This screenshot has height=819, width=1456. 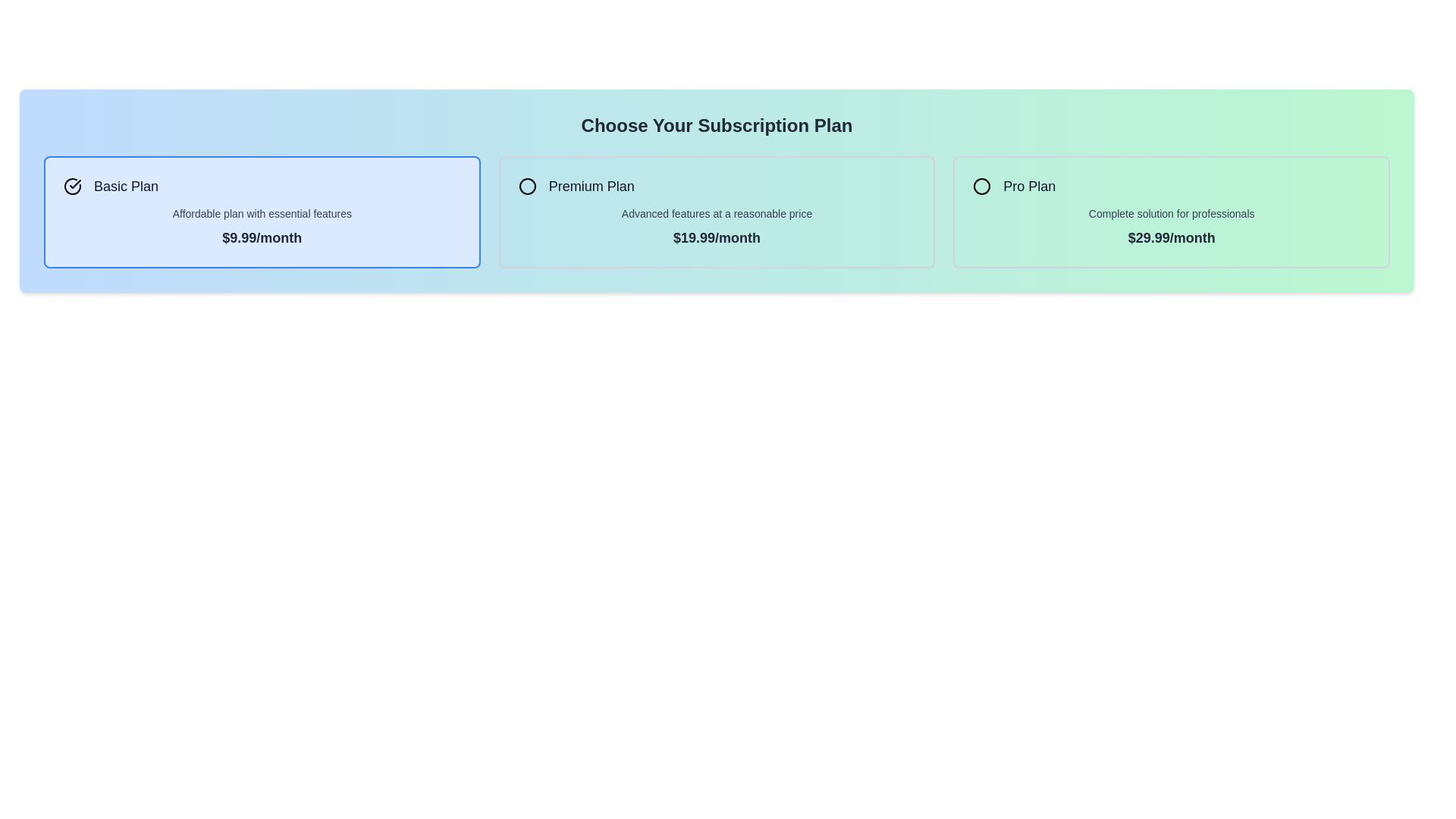 What do you see at coordinates (716, 124) in the screenshot?
I see `the centered heading displaying 'Choose Your Subscription Plan' in a bold, large font with dark gray color` at bounding box center [716, 124].